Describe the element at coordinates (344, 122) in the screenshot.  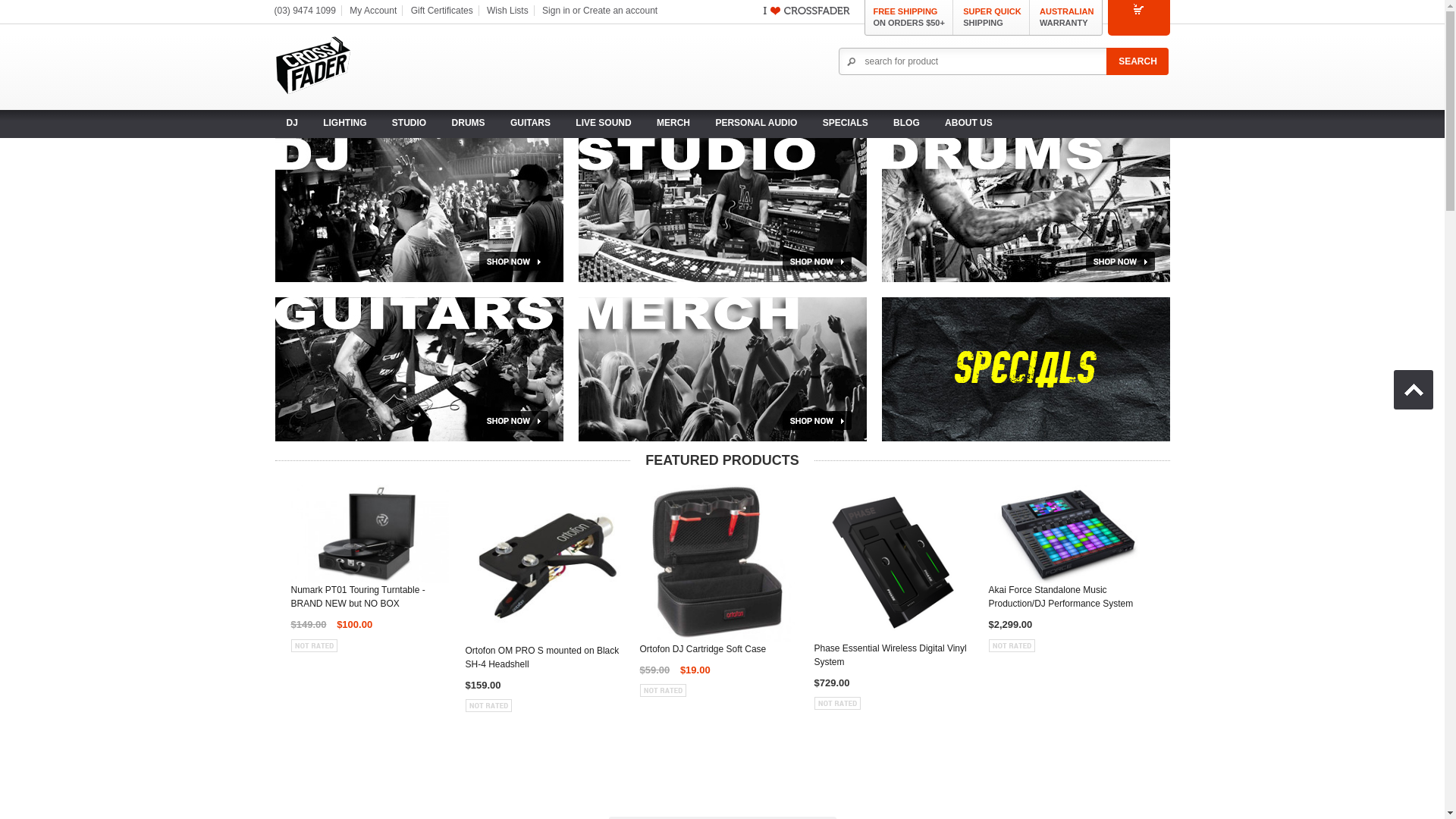
I see `'LIGHTING'` at that location.